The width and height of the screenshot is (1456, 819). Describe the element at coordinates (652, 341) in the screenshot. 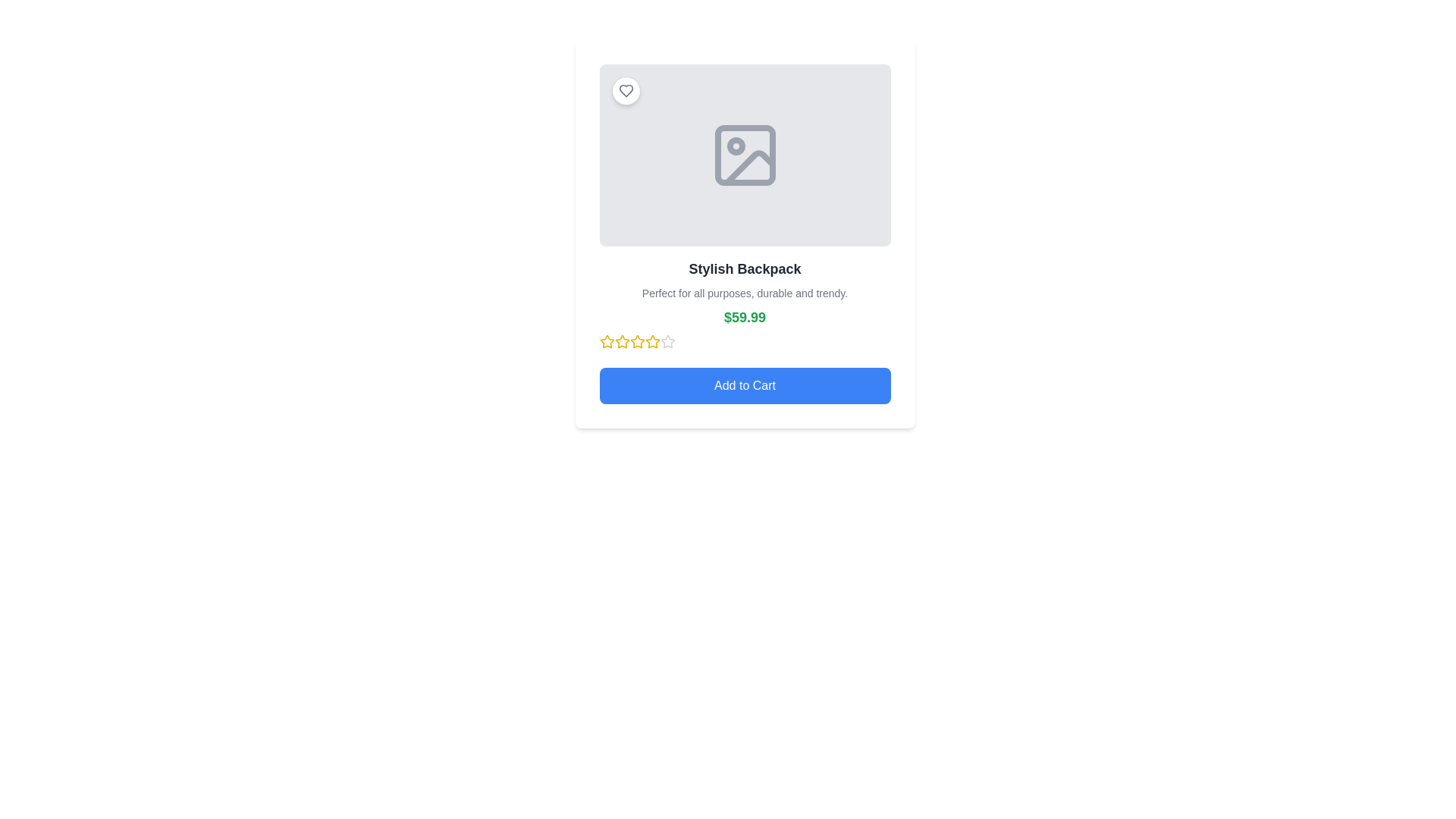

I see `the third star icon in the rating indicator` at that location.